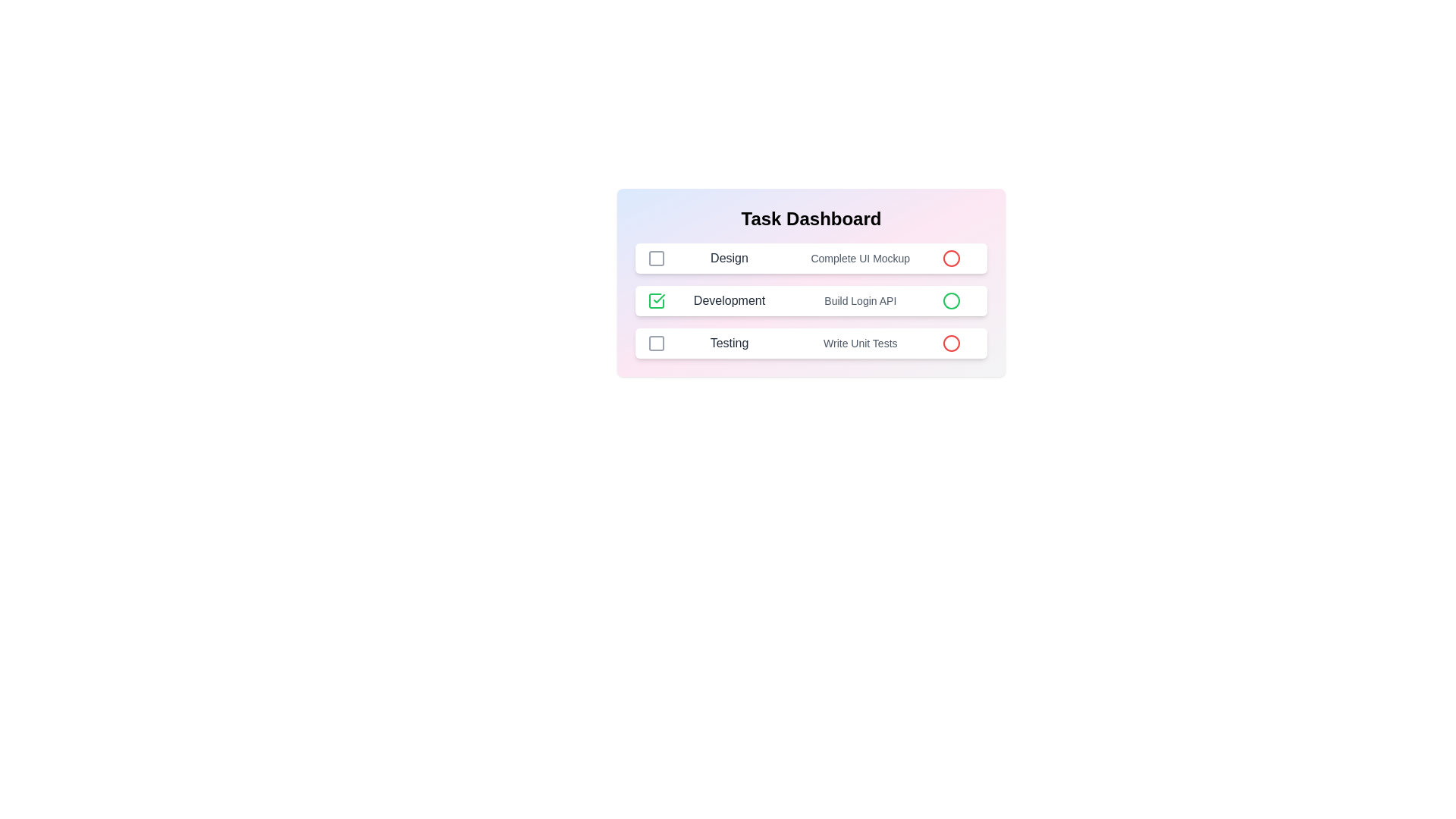 This screenshot has width=1456, height=819. Describe the element at coordinates (656, 301) in the screenshot. I see `the completion icon for the task 'Development'` at that location.